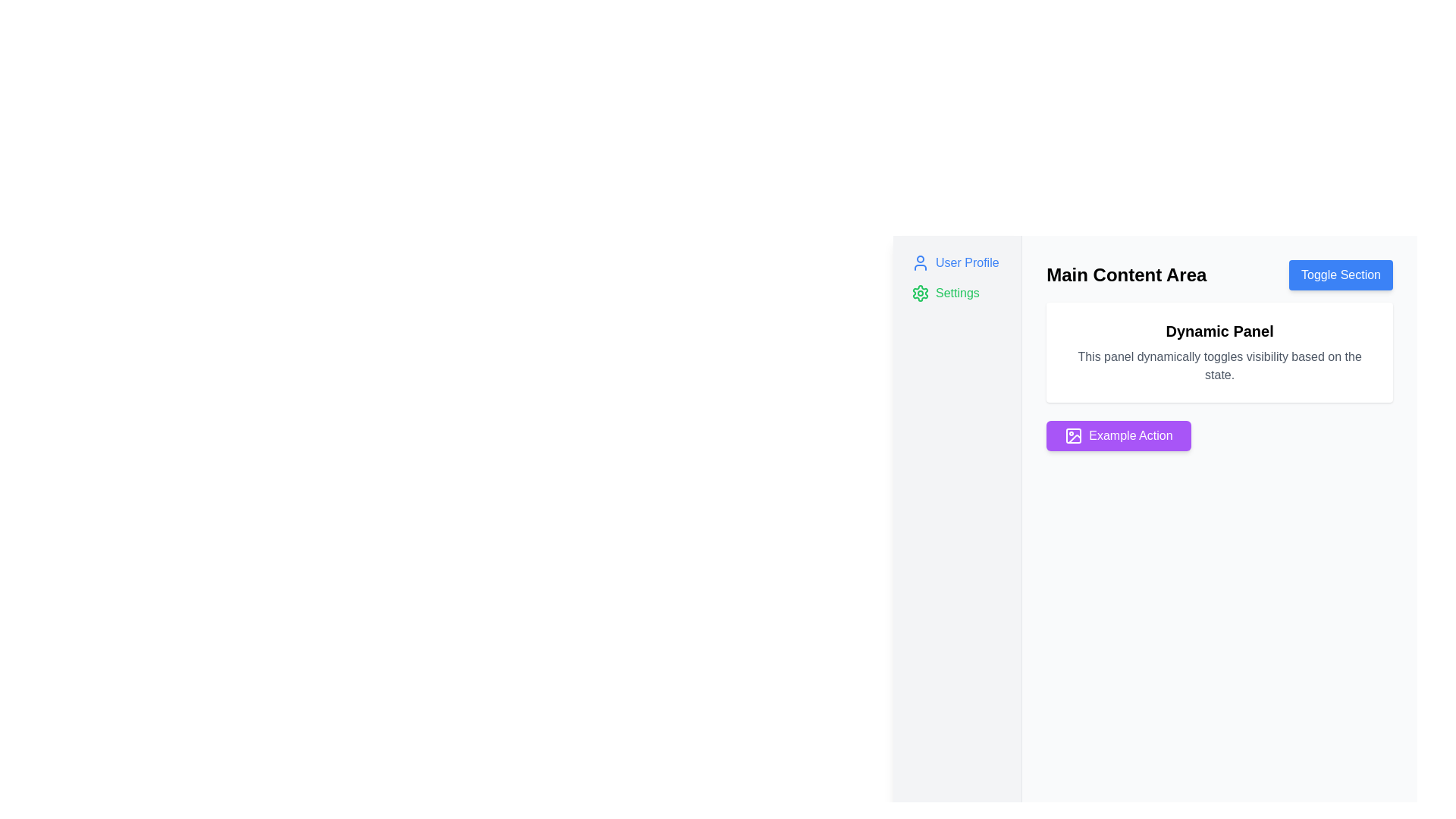 This screenshot has width=1456, height=819. I want to click on the purple-colored button labeled 'Example Action' which contains the decorative icon, located towards the lower right side of the content panel under the heading 'Dynamic Panel', so click(1073, 435).